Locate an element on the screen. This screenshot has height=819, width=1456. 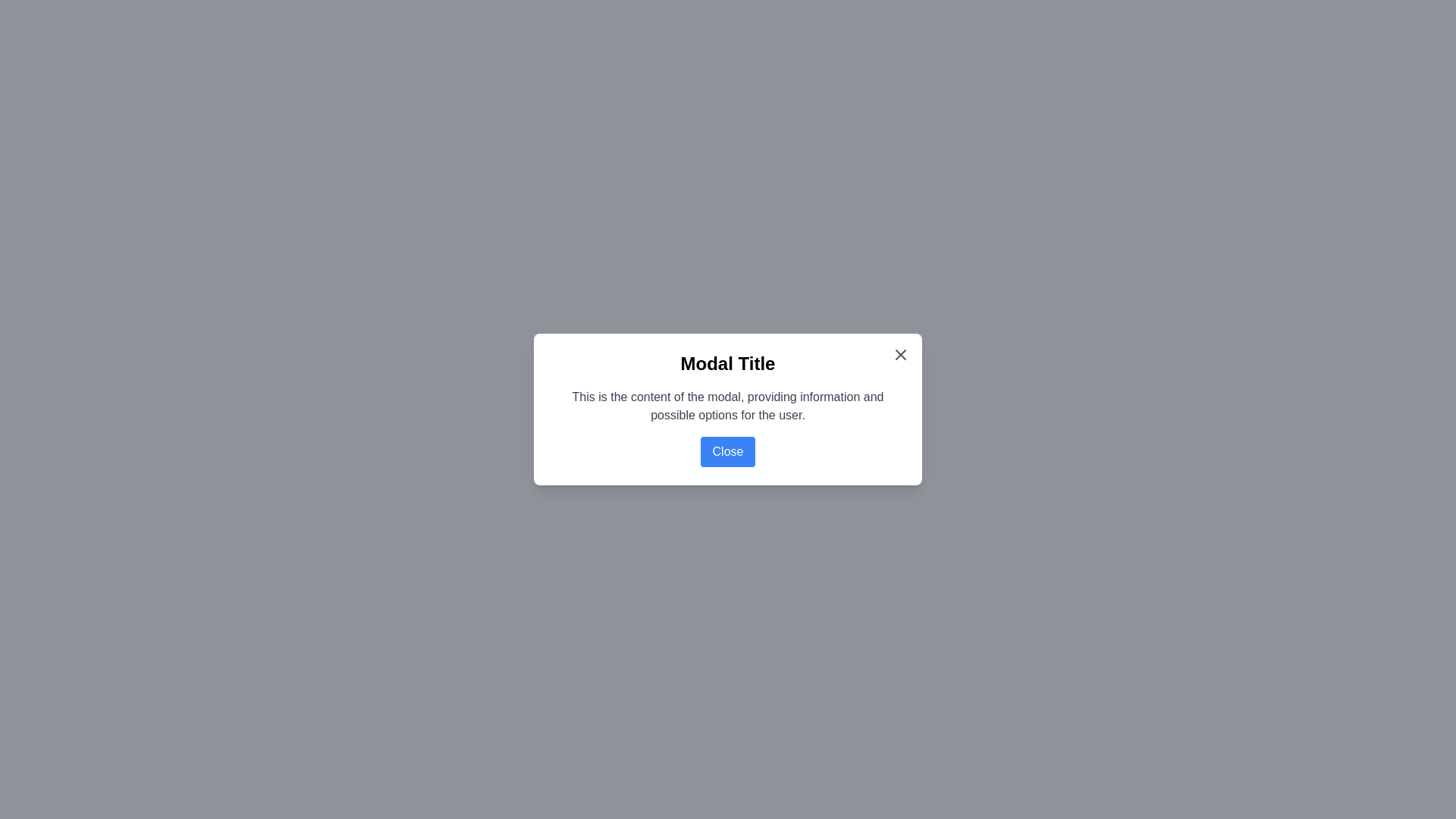
the 'Close' button, which is a rectangular button with a blue background and white text, located at the bottom center of the modal window is located at coordinates (728, 451).